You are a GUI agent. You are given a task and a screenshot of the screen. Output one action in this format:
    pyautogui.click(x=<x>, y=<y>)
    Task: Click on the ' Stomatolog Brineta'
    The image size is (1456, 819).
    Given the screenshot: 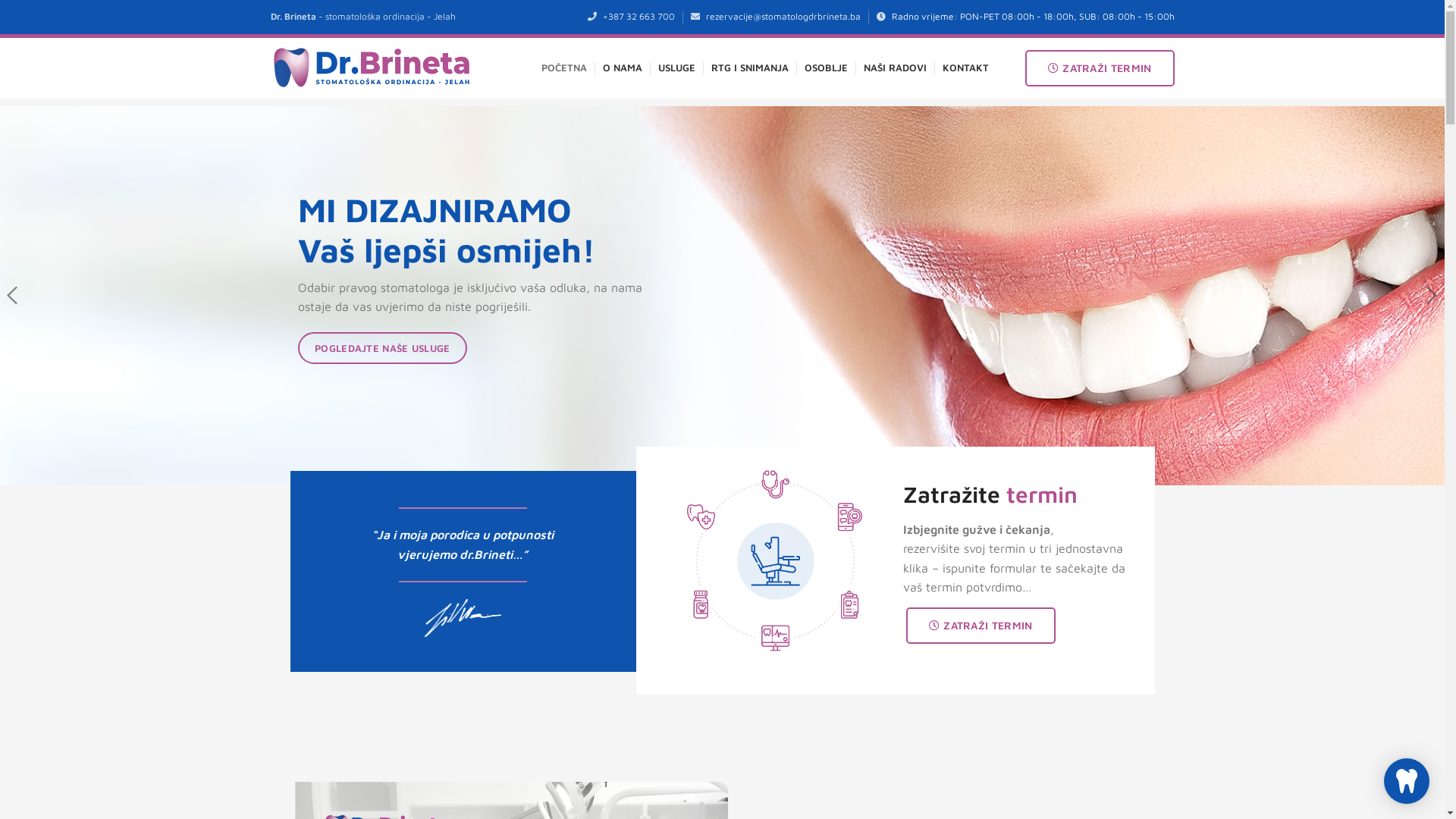 What is the action you would take?
    pyautogui.click(x=415, y=759)
    